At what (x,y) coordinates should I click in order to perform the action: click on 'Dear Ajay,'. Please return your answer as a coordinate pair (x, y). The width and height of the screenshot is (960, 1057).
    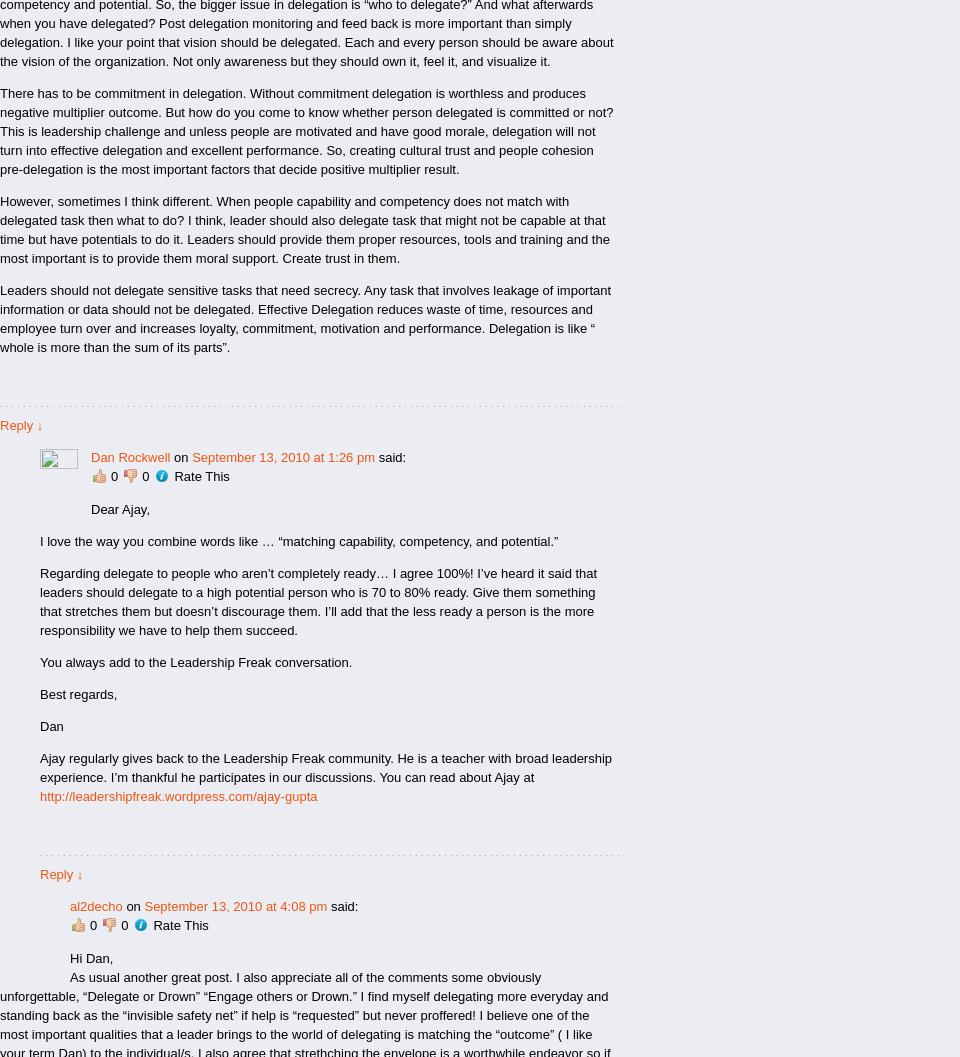
    Looking at the image, I should click on (120, 509).